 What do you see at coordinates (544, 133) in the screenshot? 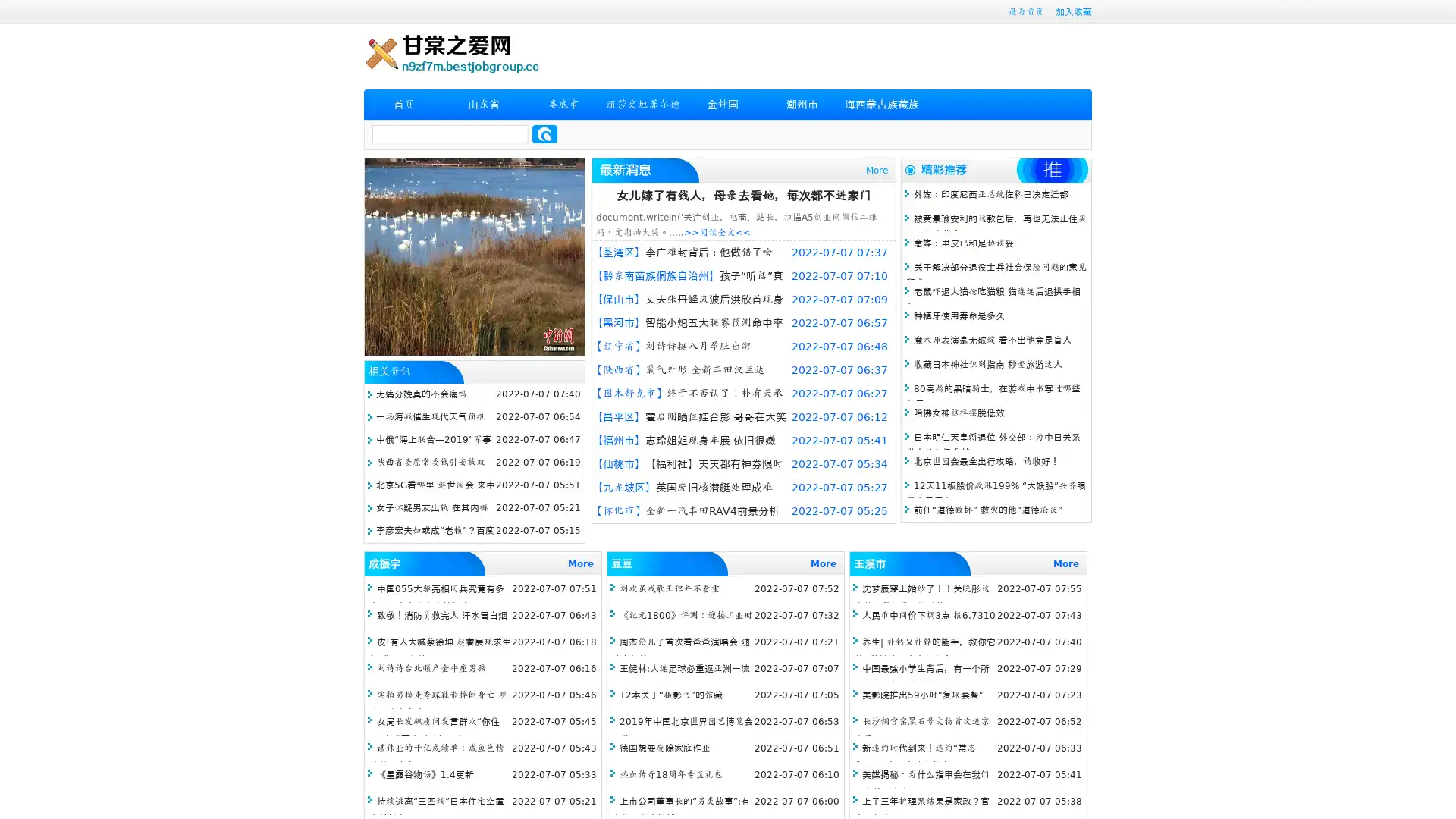
I see `Search` at bounding box center [544, 133].